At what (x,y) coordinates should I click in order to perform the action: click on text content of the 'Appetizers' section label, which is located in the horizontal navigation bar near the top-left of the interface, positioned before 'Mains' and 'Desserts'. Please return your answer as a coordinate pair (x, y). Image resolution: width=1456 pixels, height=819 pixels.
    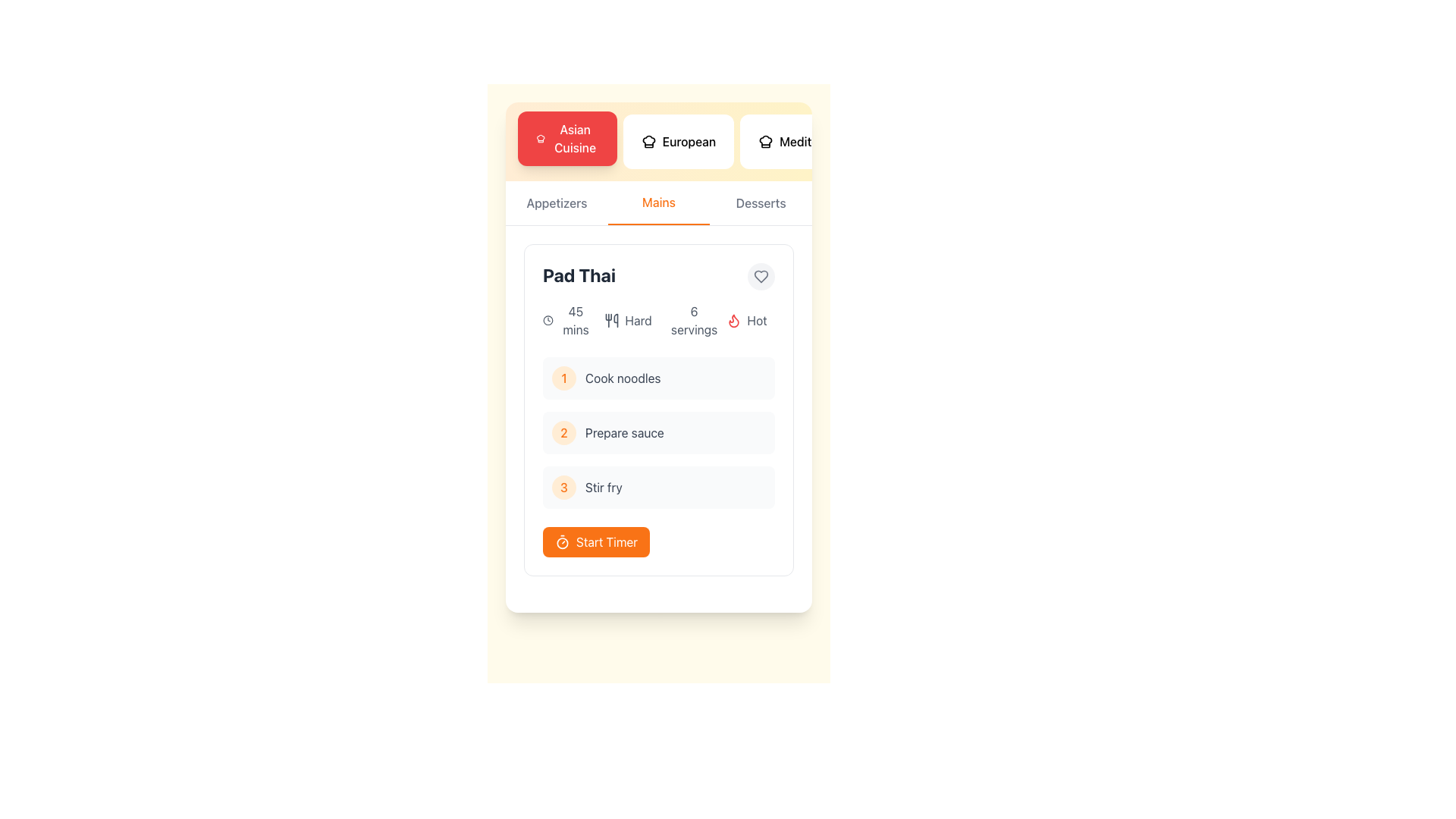
    Looking at the image, I should click on (556, 202).